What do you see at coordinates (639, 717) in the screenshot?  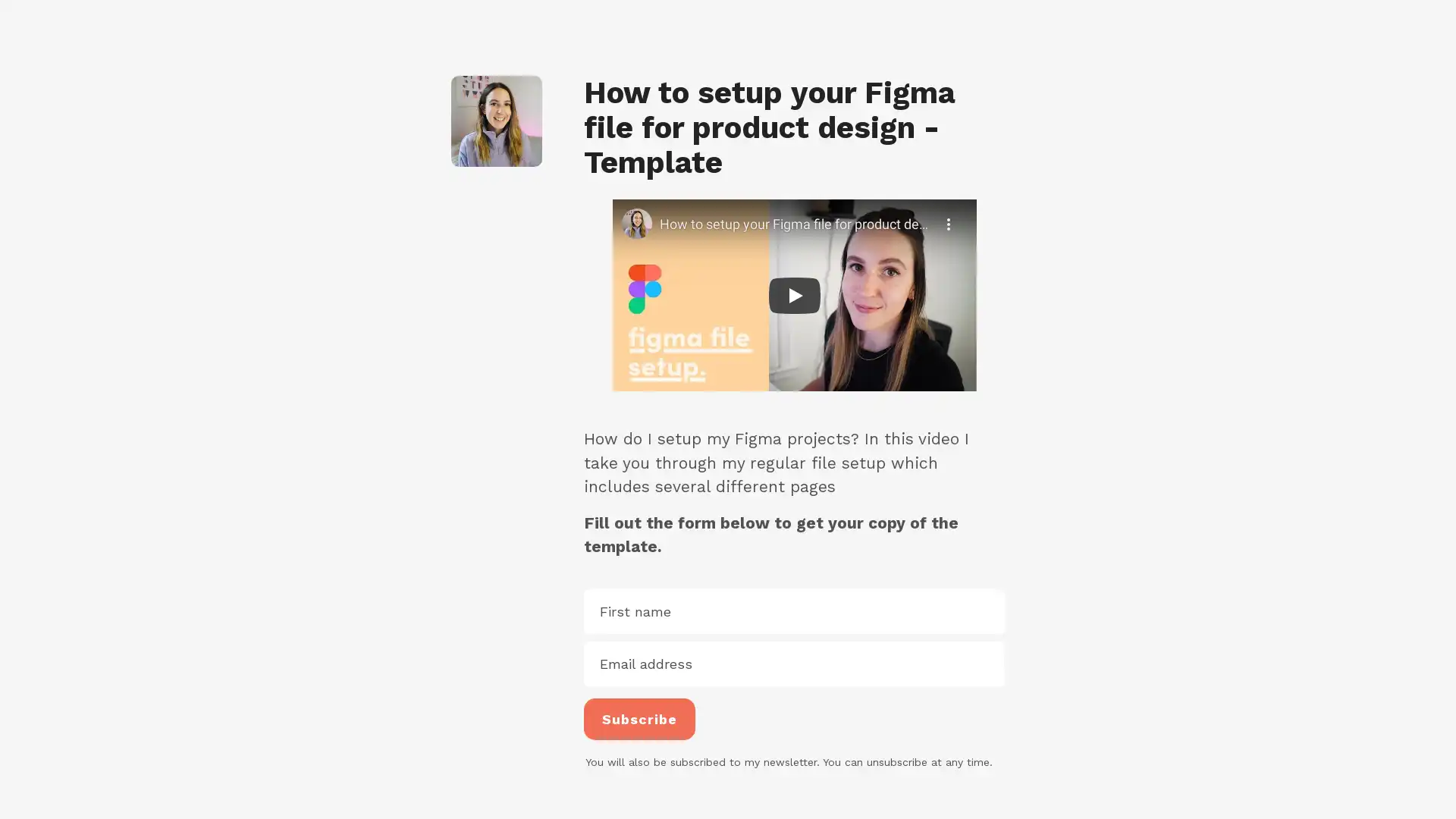 I see `Subscribe` at bounding box center [639, 717].